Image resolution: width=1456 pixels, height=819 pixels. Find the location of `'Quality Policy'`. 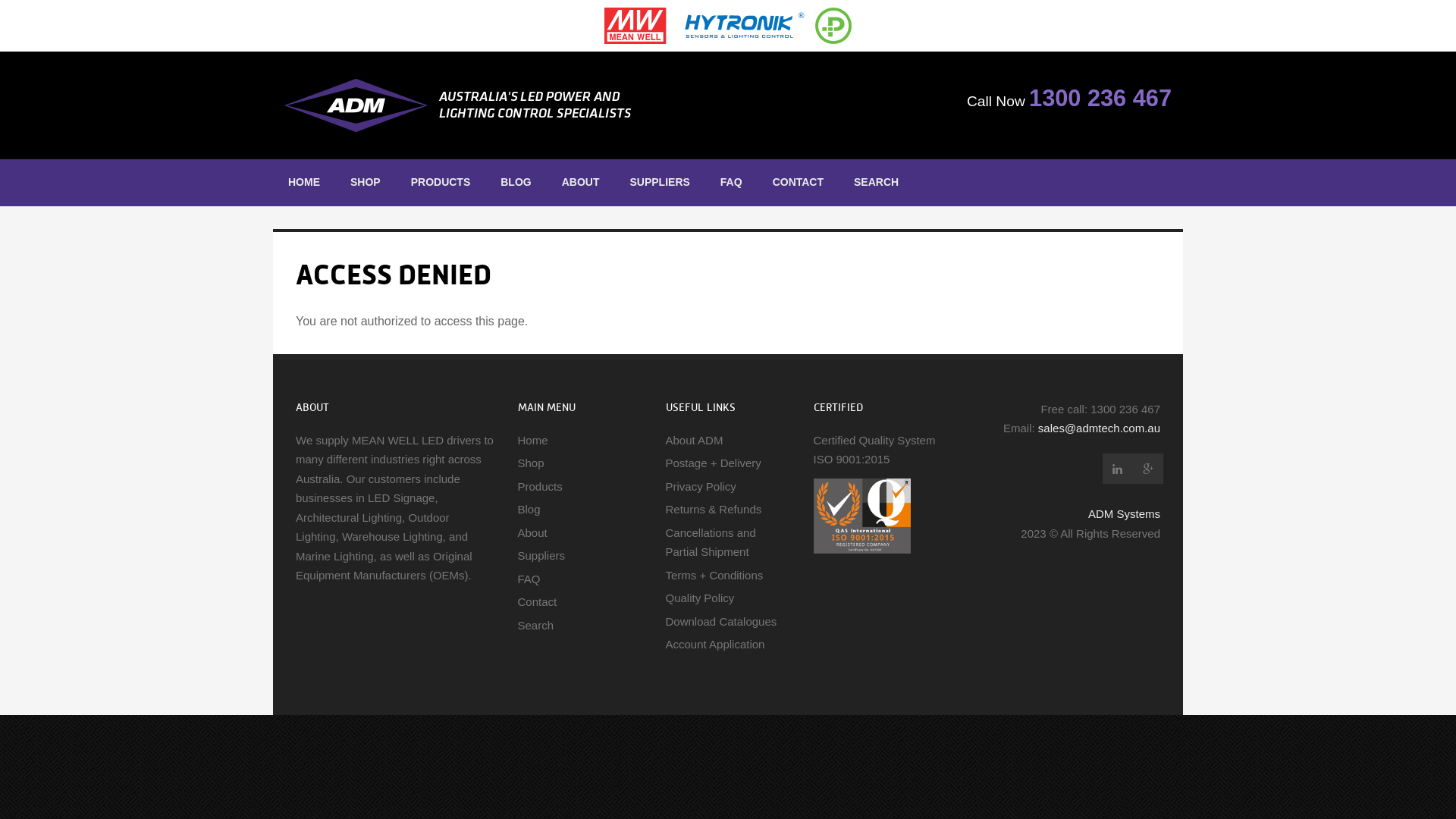

'Quality Policy' is located at coordinates (699, 597).